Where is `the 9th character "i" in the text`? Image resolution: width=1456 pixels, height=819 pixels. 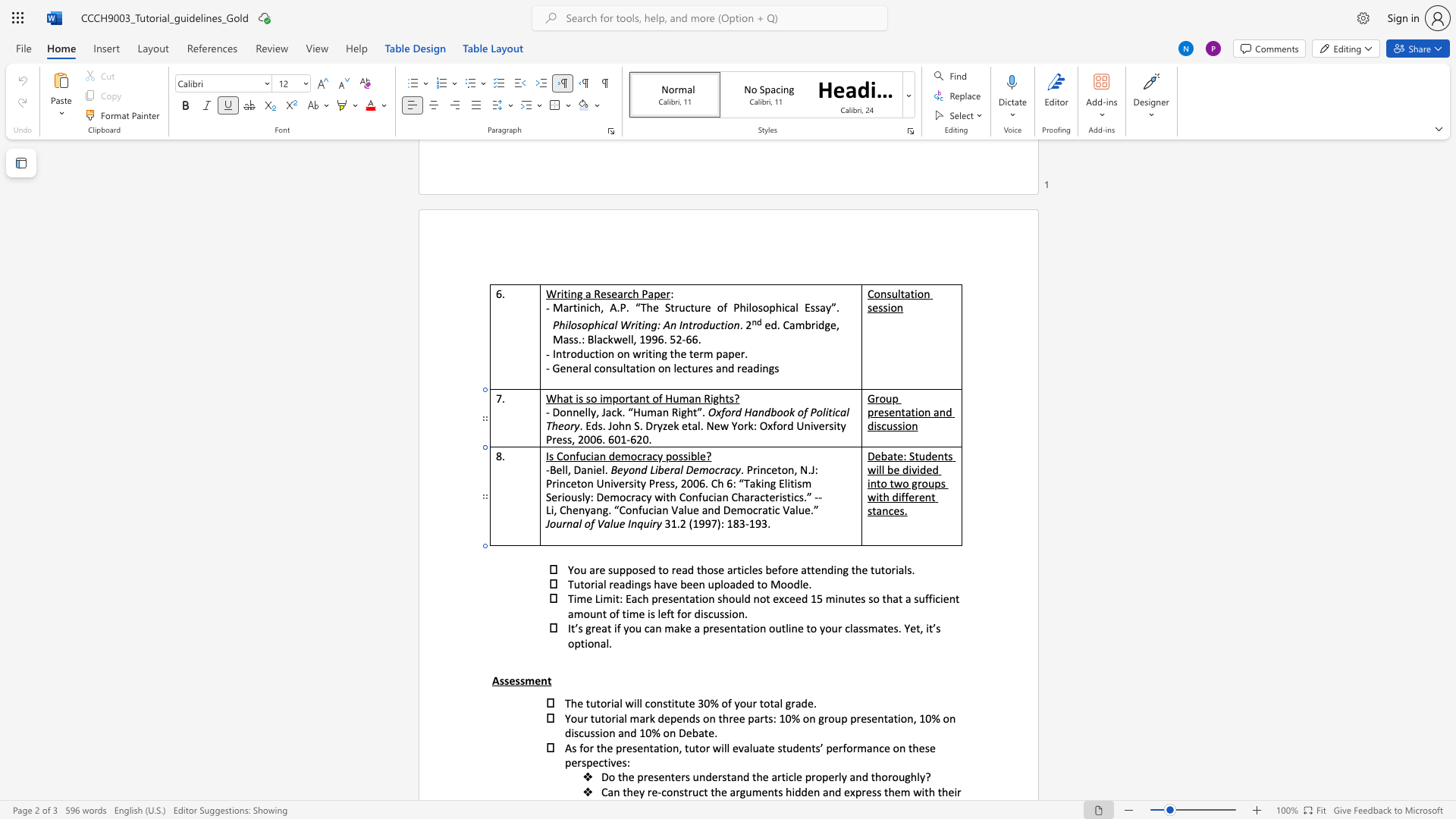
the 9th character "i" in the text is located at coordinates (648, 613).